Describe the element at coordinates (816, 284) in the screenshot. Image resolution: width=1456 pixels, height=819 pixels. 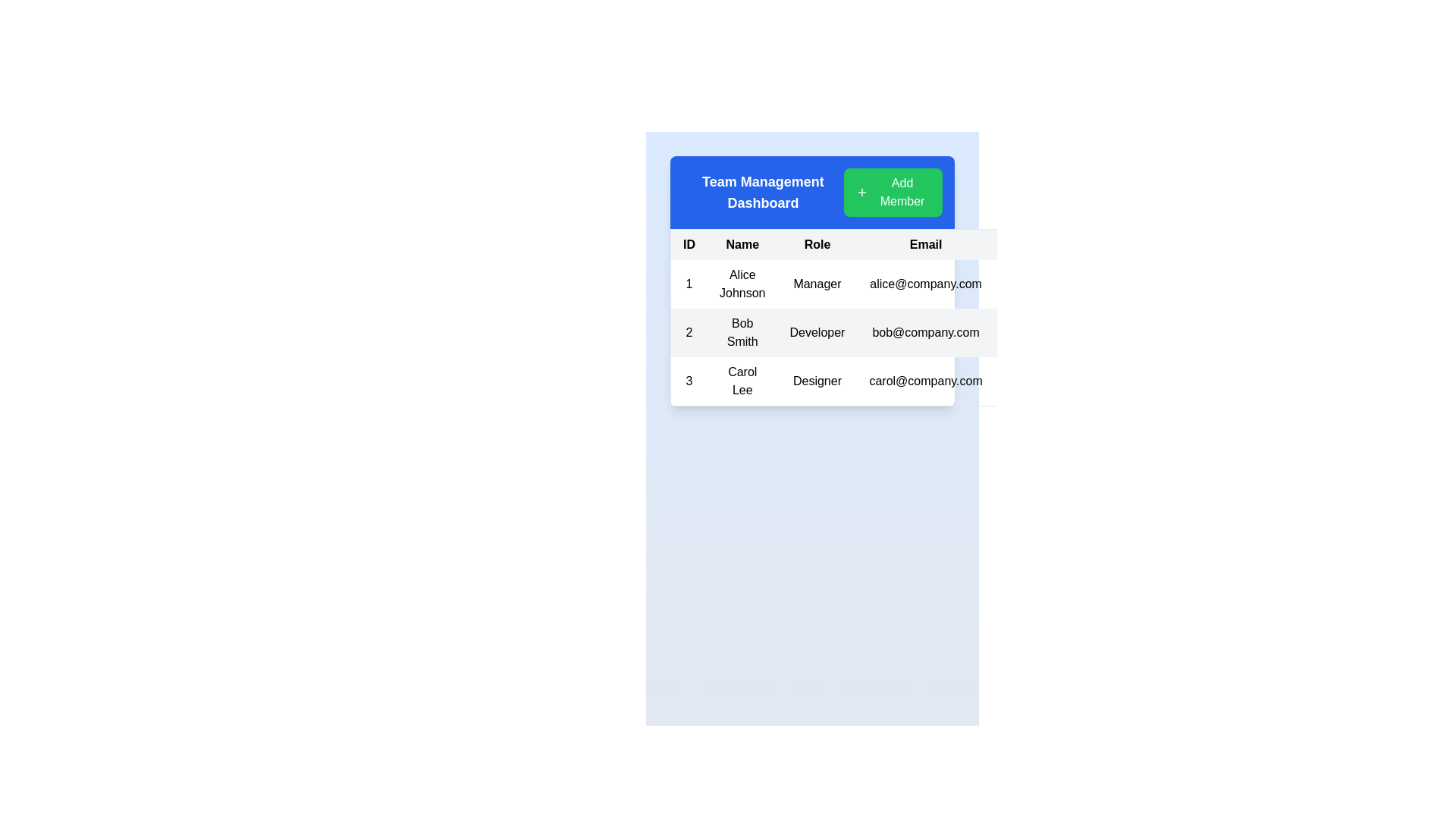
I see `text label in the third cell of the first row, under the 'Role' header, which indicates the role associated with 'Alice Johnson'` at that location.